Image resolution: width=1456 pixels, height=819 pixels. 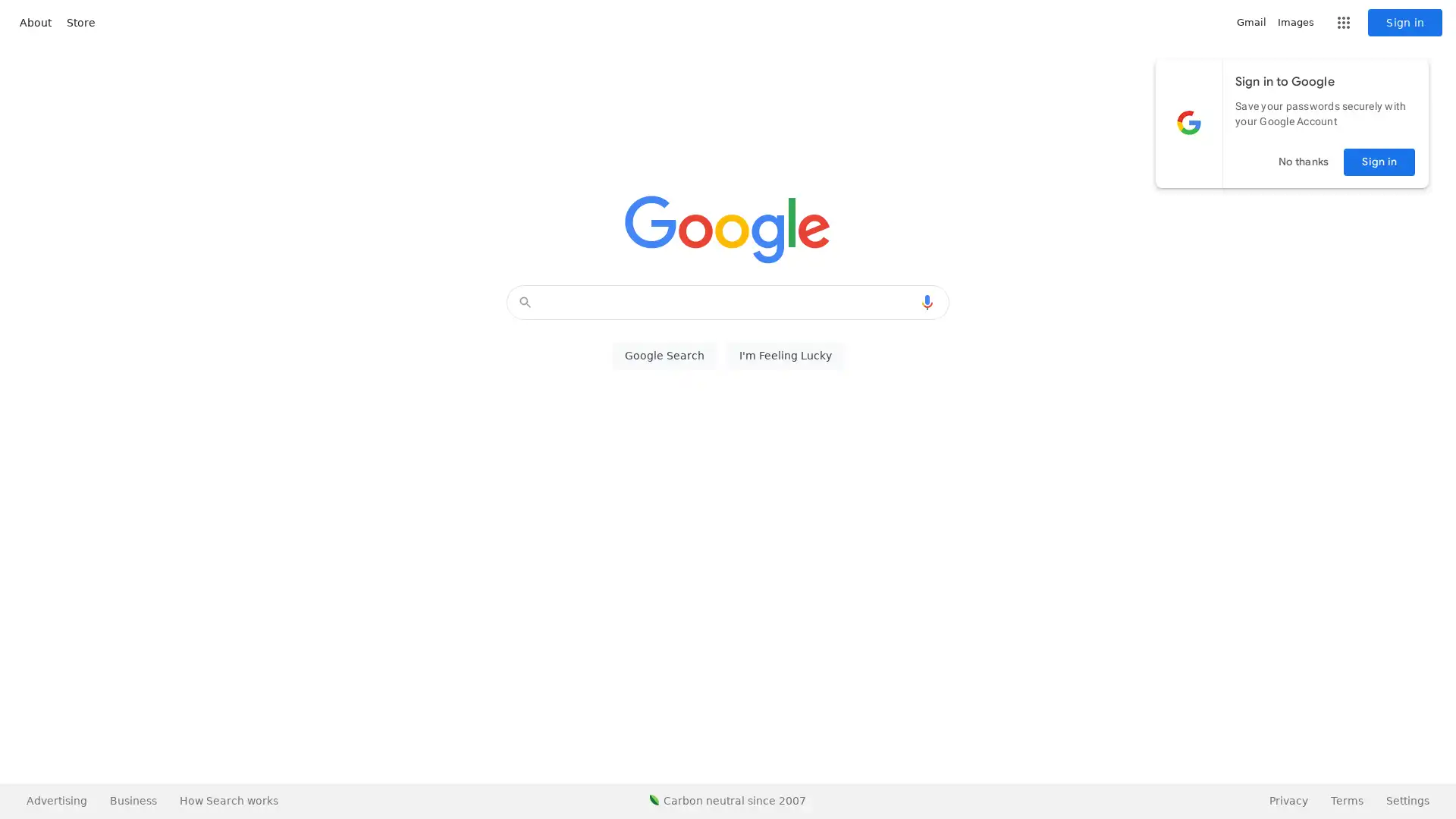 I want to click on Search by voice, so click(x=927, y=302).